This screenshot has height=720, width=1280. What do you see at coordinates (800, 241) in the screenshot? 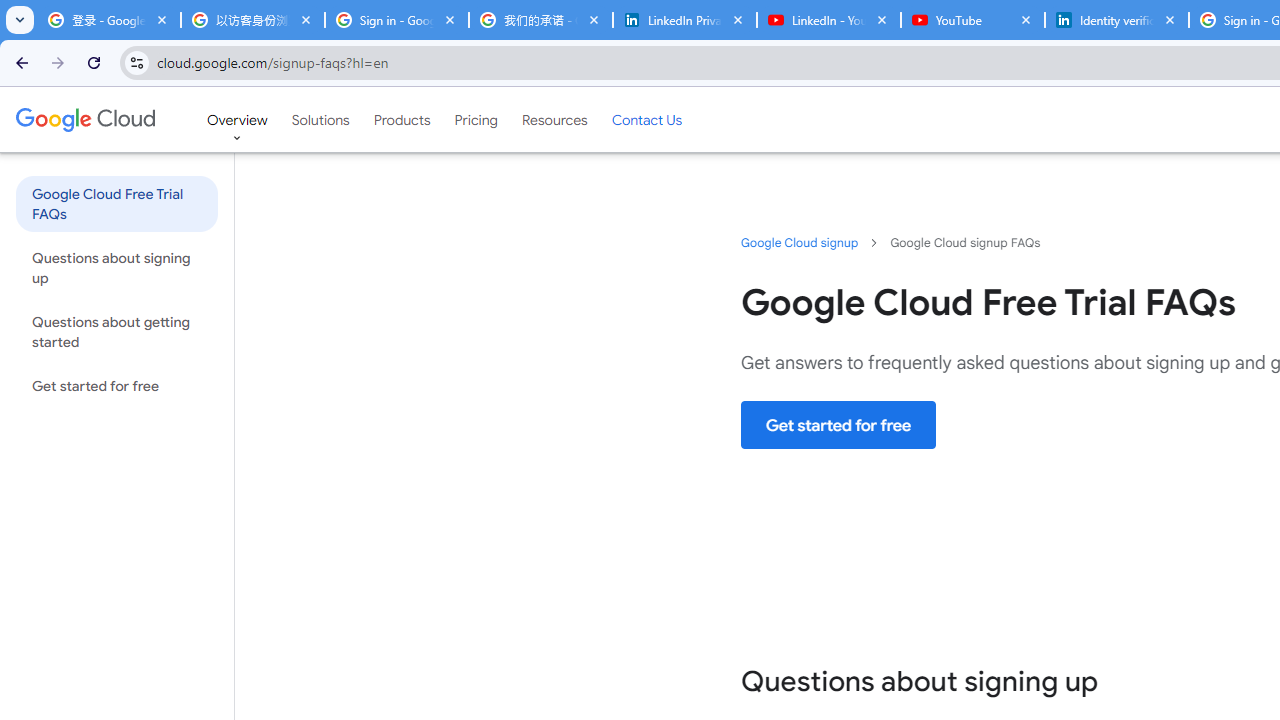
I see `'Google Cloud signup'` at bounding box center [800, 241].